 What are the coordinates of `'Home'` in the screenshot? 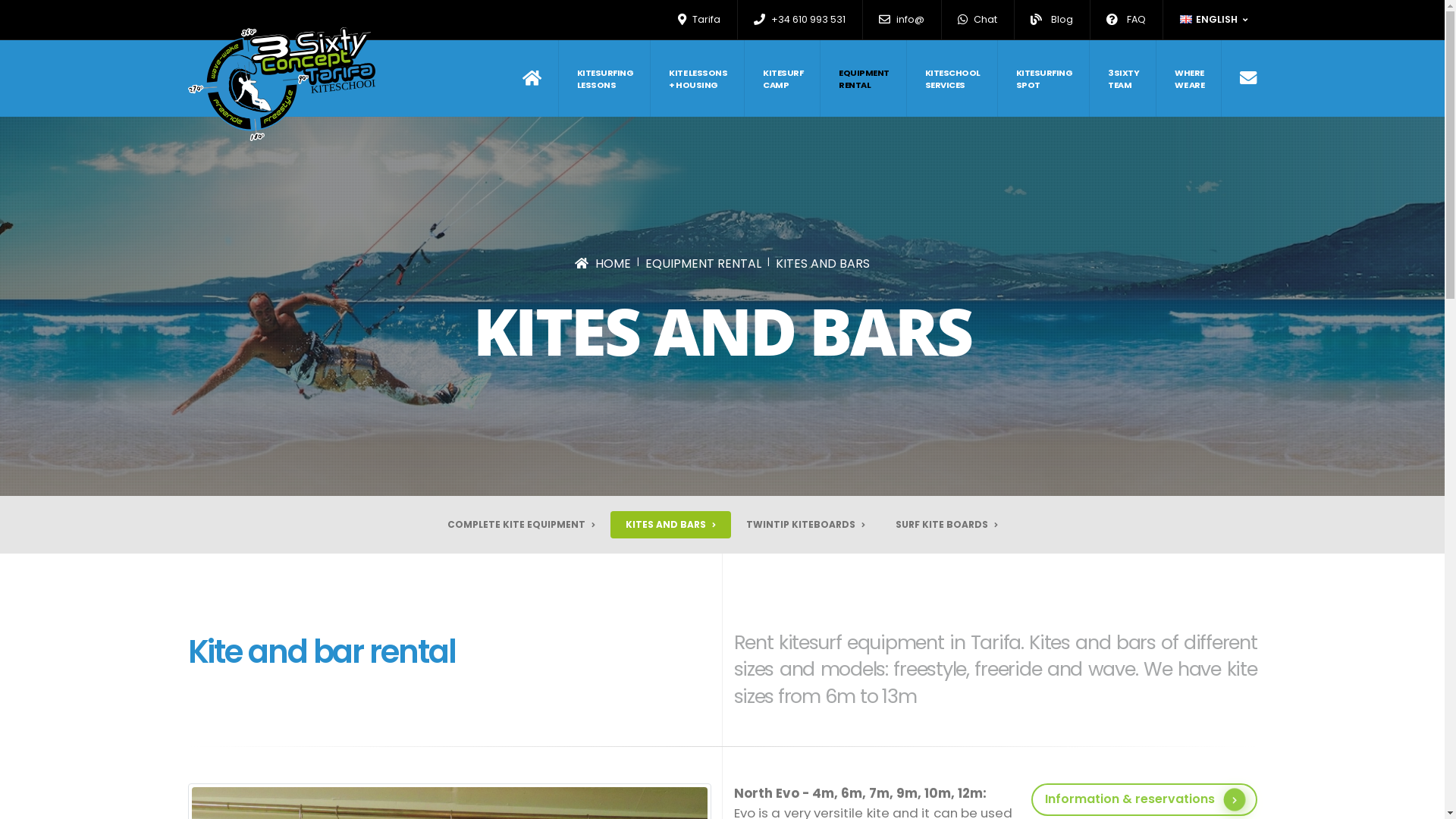 It's located at (522, 78).